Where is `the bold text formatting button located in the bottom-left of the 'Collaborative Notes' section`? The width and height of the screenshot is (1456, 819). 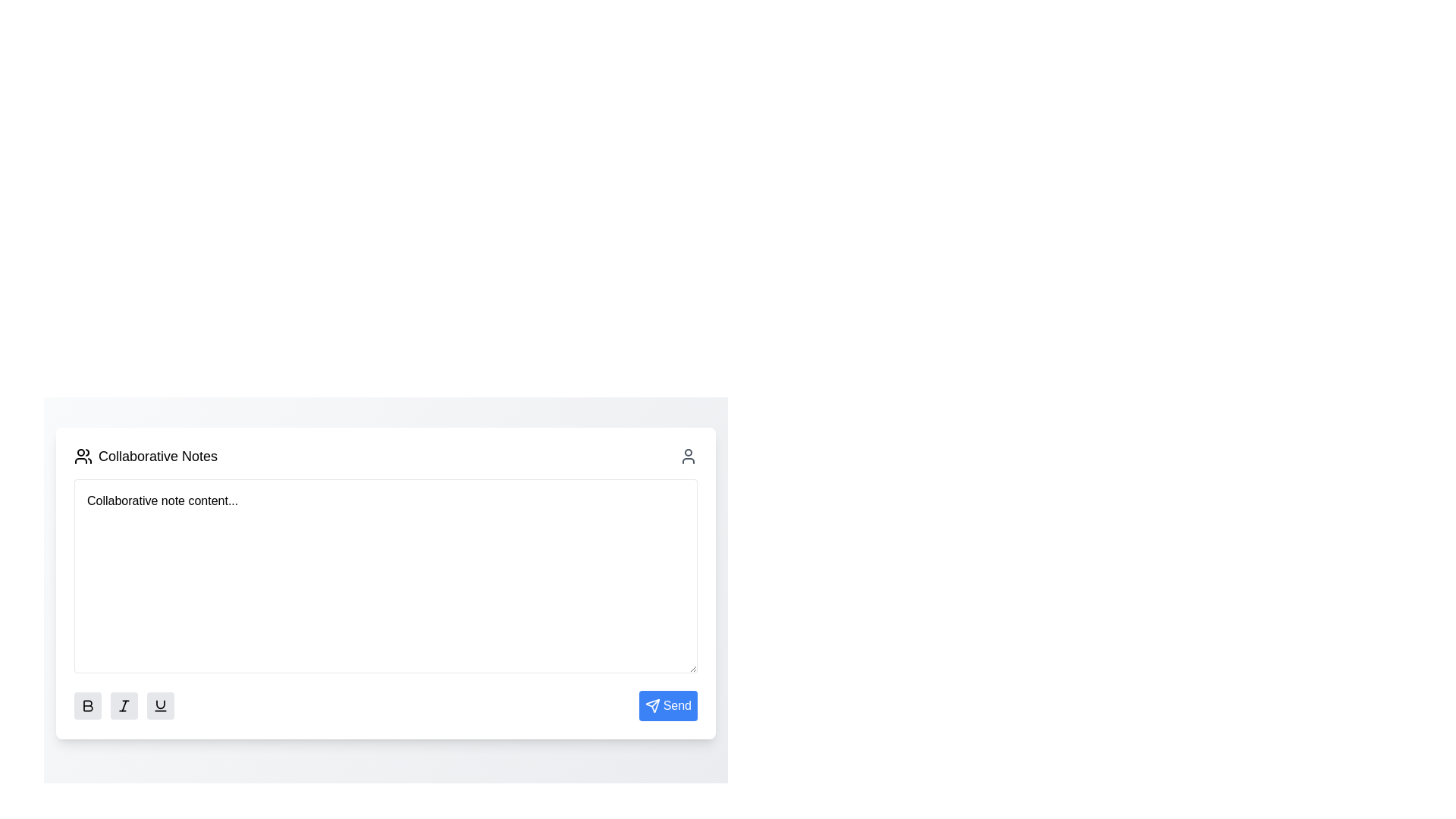 the bold text formatting button located in the bottom-left of the 'Collaborative Notes' section is located at coordinates (86, 705).